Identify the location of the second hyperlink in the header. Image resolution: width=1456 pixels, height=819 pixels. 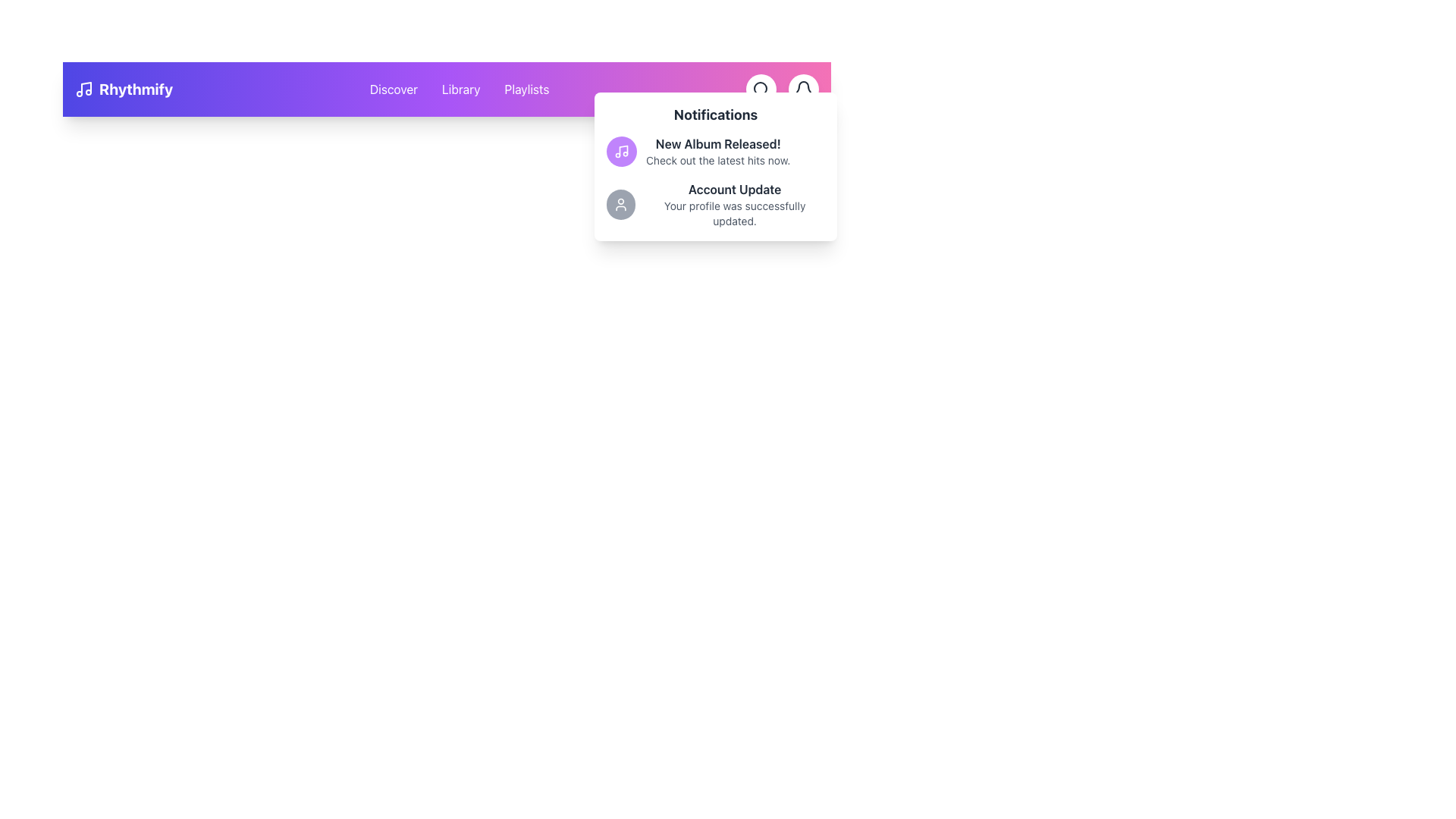
(460, 89).